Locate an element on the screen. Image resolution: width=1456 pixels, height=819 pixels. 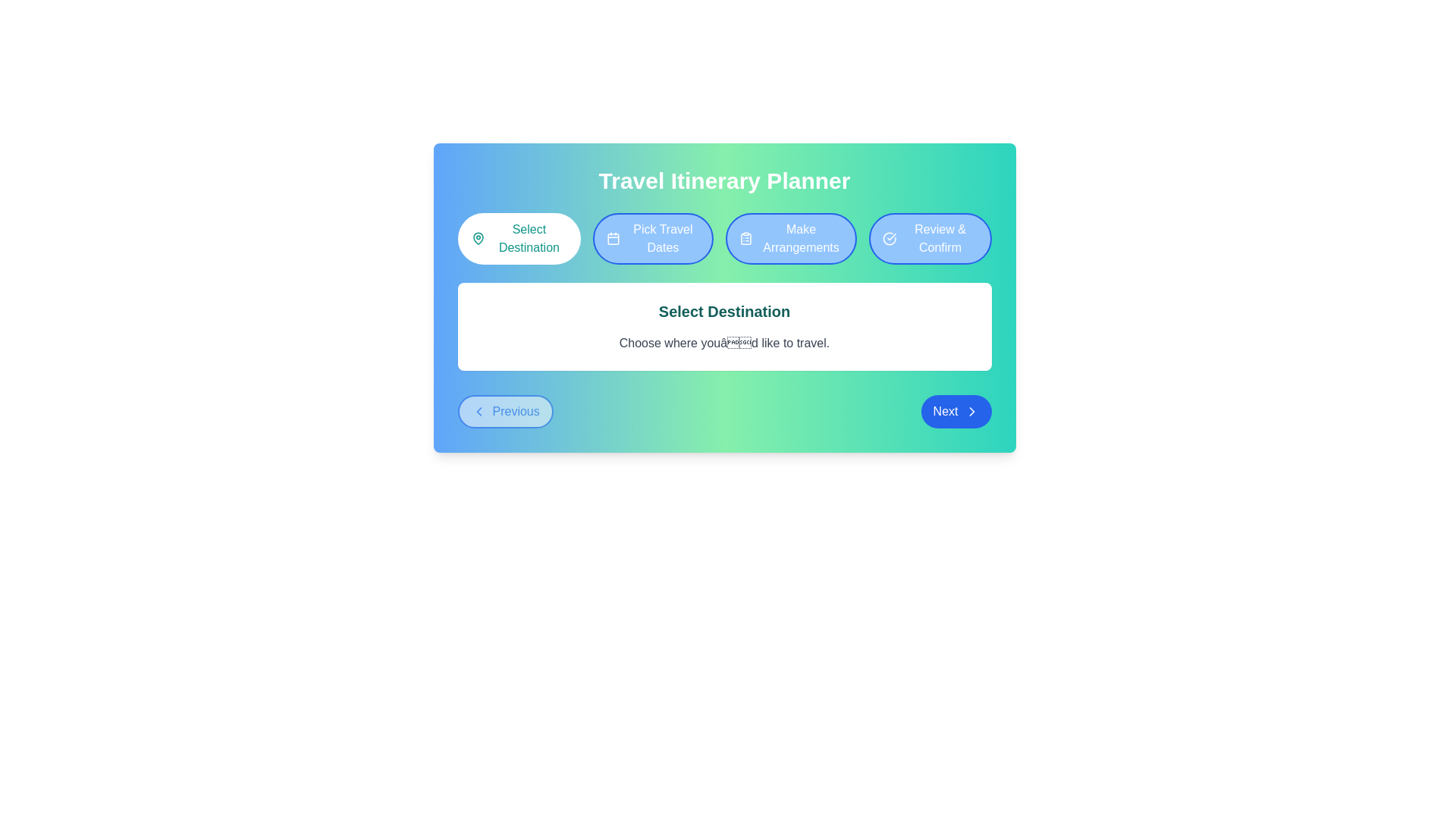
the second button in the Horizontal Button Group marked with blue outlines and light blue background is located at coordinates (723, 239).